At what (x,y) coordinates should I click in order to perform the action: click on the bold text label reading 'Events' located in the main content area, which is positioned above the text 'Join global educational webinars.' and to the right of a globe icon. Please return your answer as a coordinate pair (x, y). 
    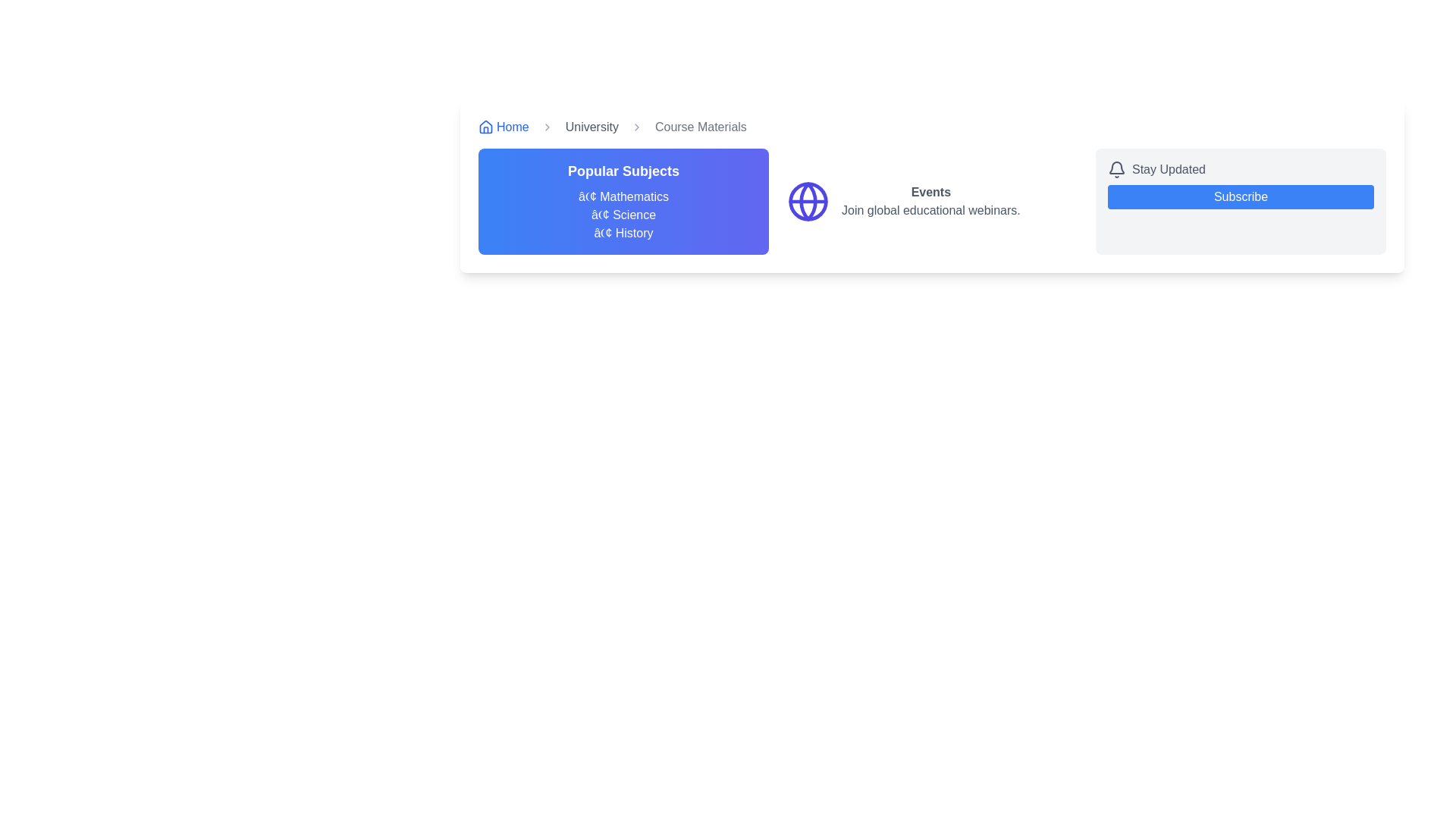
    Looking at the image, I should click on (930, 192).